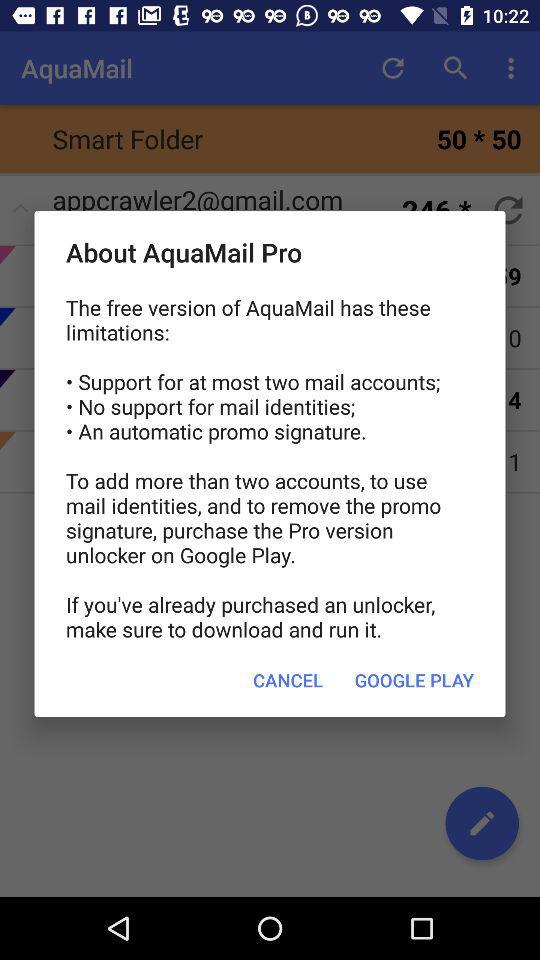 The image size is (540, 960). What do you see at coordinates (413, 680) in the screenshot?
I see `button to the right of the cancel` at bounding box center [413, 680].